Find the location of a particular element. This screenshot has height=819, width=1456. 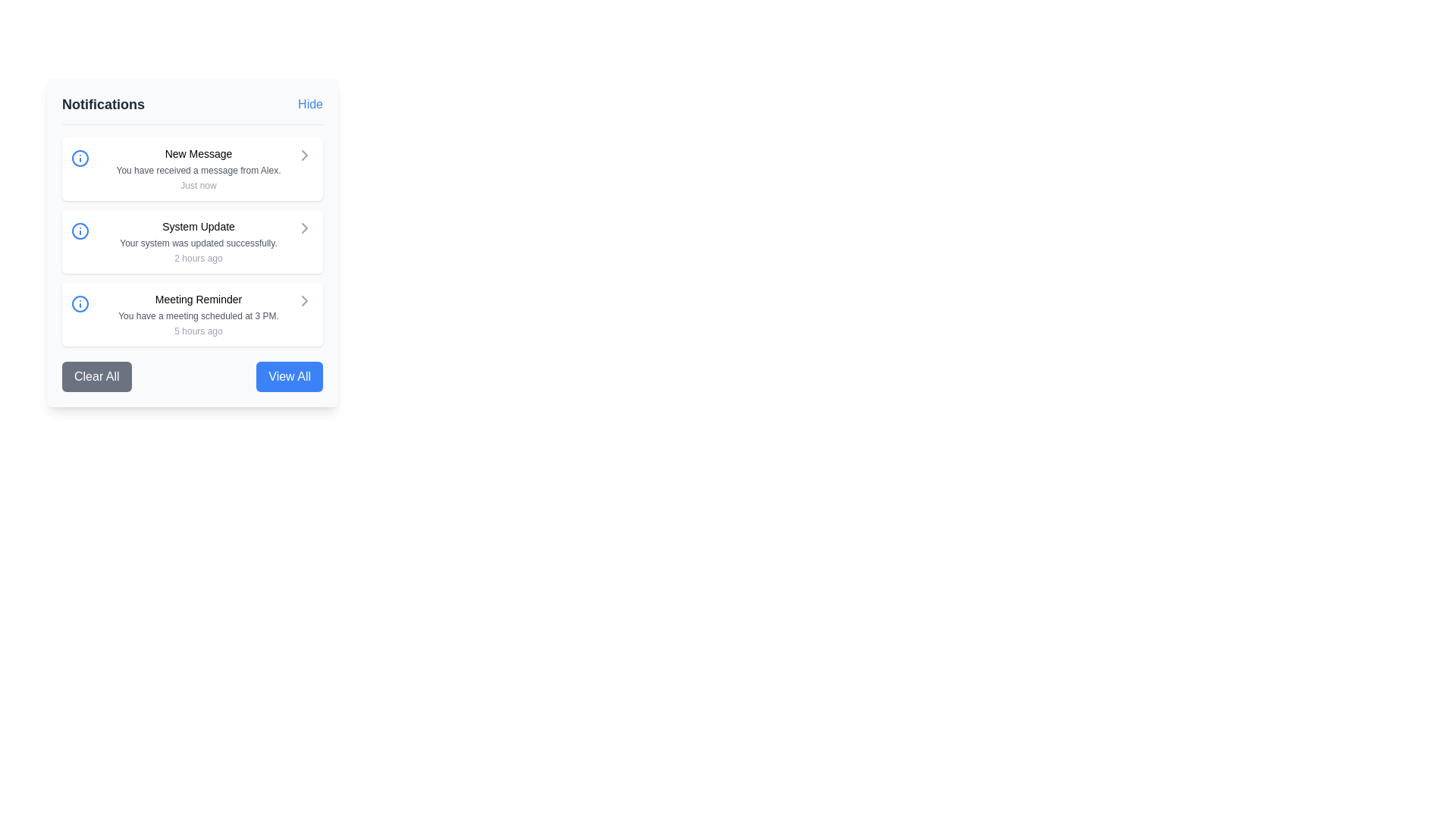

the 'System Update' notification item that displays the message 'Your system was updated successfully.' is located at coordinates (198, 241).